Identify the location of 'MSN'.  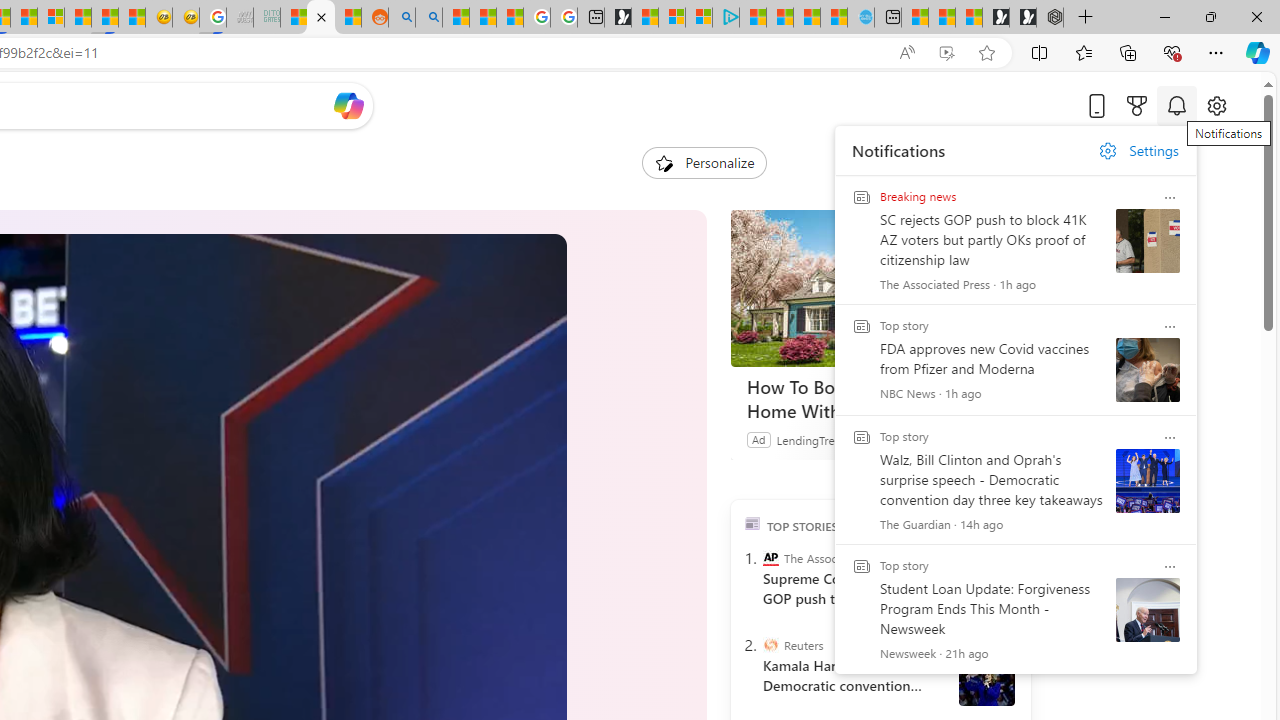
(103, 17).